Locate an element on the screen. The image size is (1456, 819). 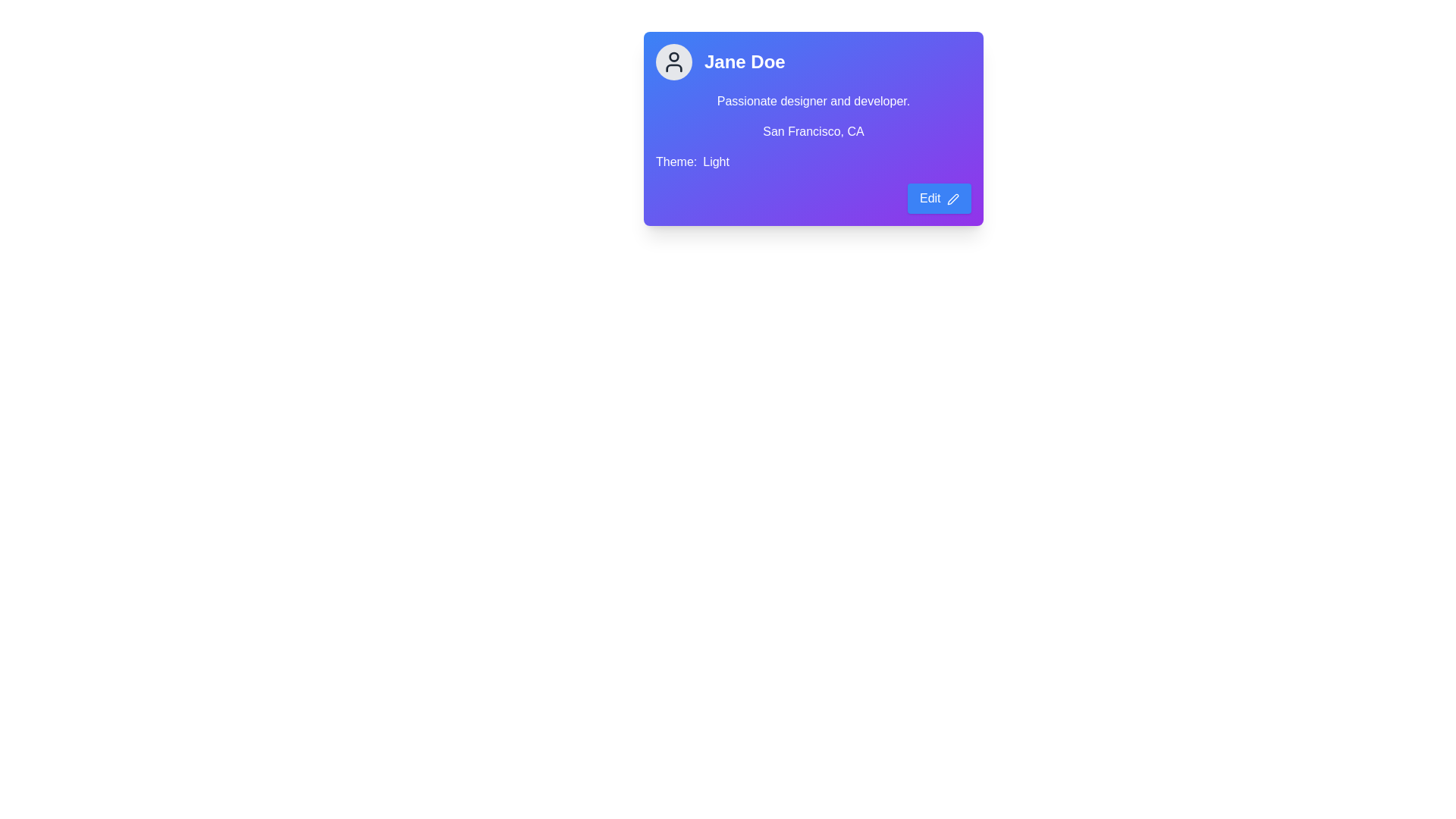
the user name text label located at the top-left of the card component, positioned to the right of the avatar icon is located at coordinates (745, 61).